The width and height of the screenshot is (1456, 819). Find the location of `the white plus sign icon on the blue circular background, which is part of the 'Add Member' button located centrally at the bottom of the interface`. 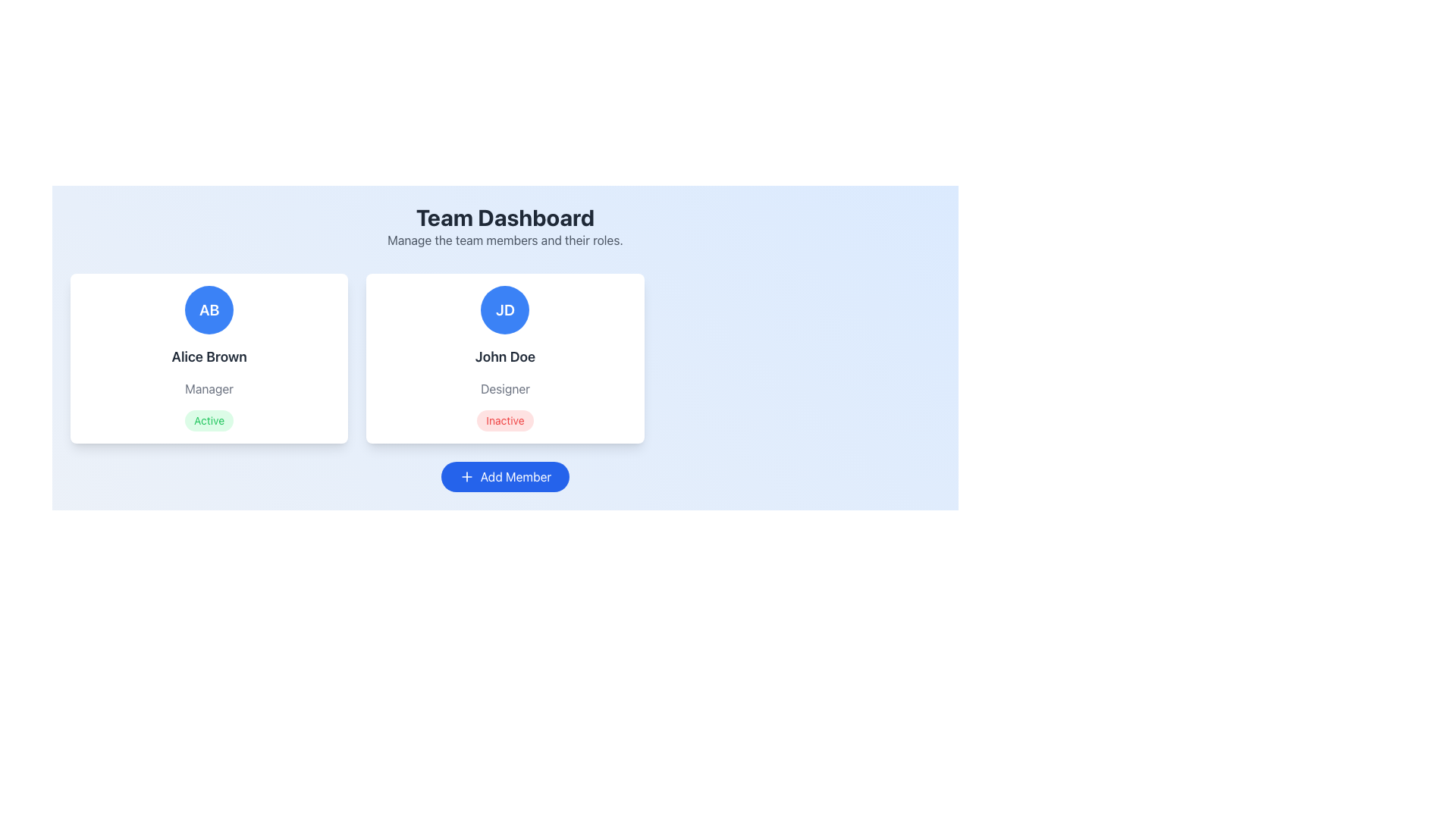

the white plus sign icon on the blue circular background, which is part of the 'Add Member' button located centrally at the bottom of the interface is located at coordinates (466, 475).